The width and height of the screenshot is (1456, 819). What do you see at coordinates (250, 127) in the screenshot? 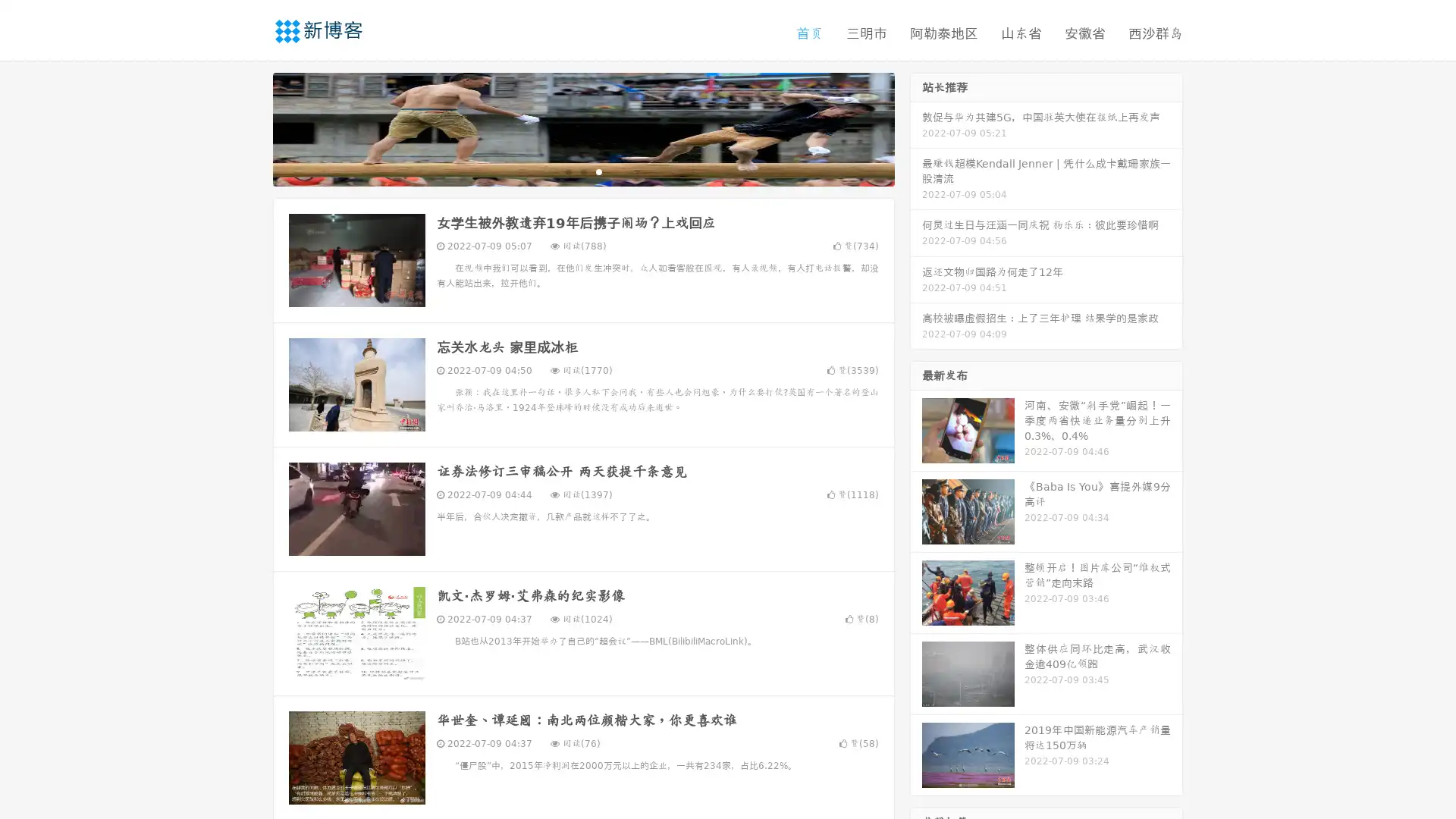
I see `Previous slide` at bounding box center [250, 127].